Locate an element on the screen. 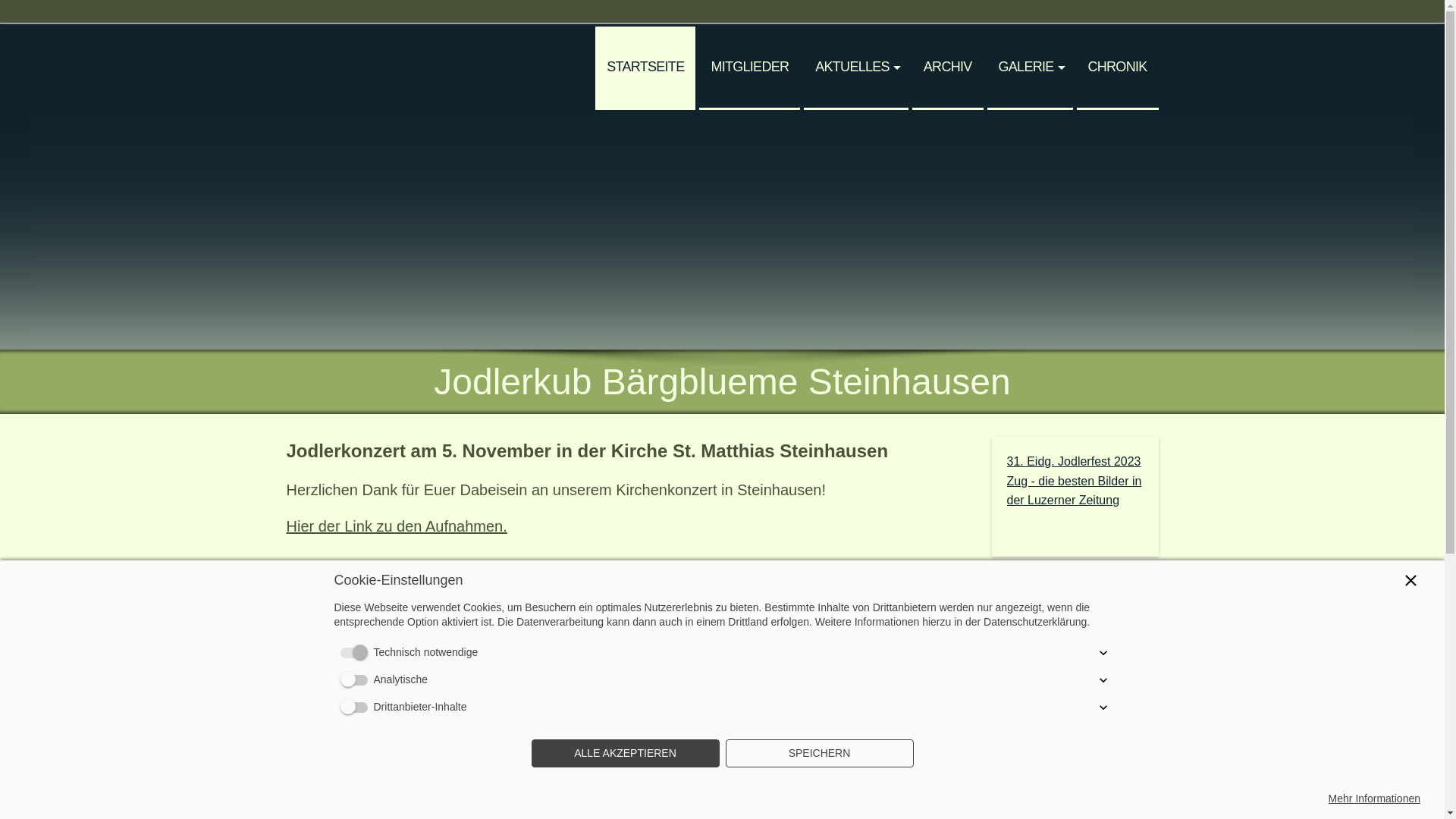  'MITGLIEDER' is located at coordinates (749, 67).